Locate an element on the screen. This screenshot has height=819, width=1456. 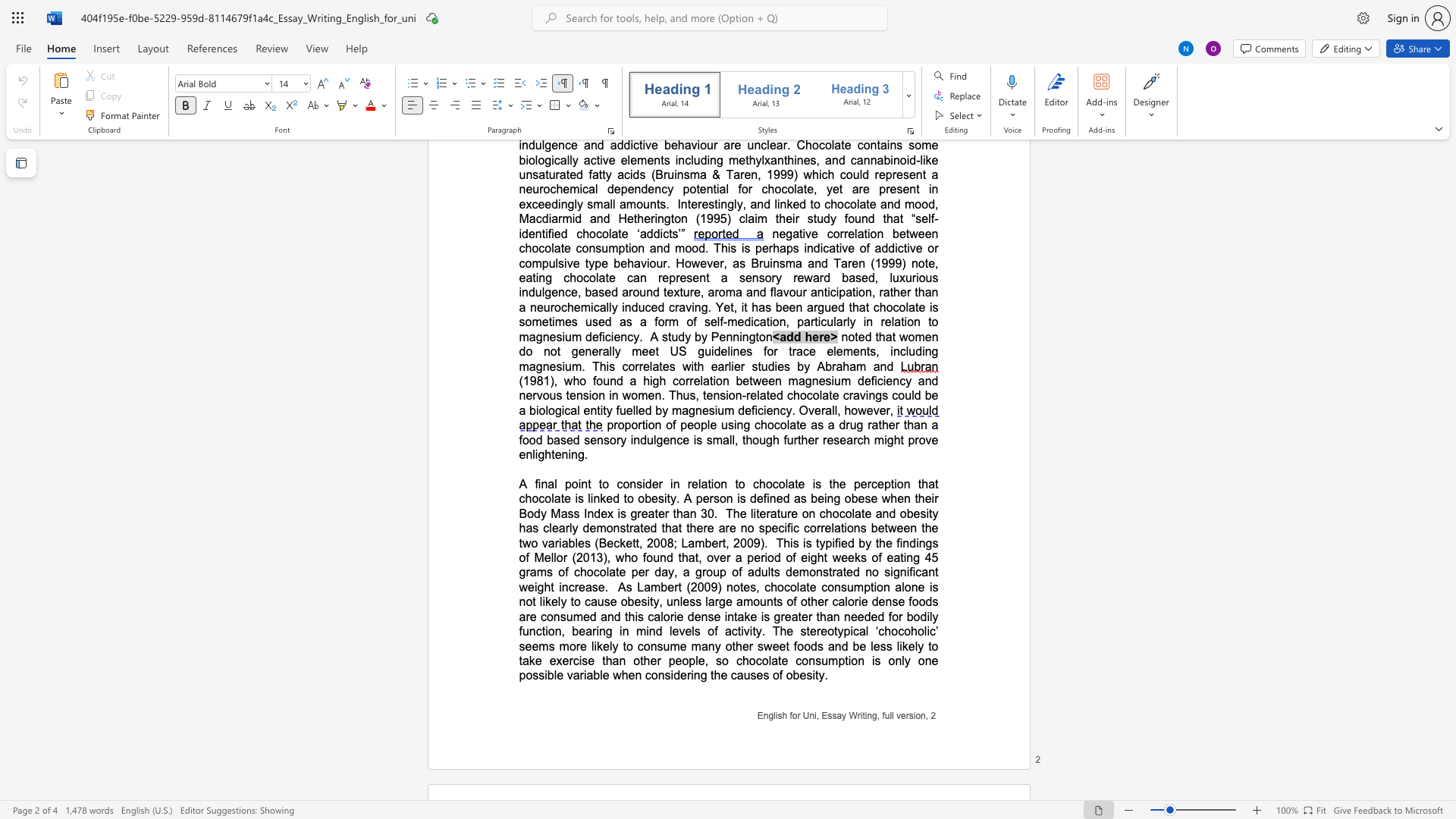
the subset text "ure on chocolate a" within the text "The literature on chocolate and obesity has clearly" is located at coordinates (780, 513).